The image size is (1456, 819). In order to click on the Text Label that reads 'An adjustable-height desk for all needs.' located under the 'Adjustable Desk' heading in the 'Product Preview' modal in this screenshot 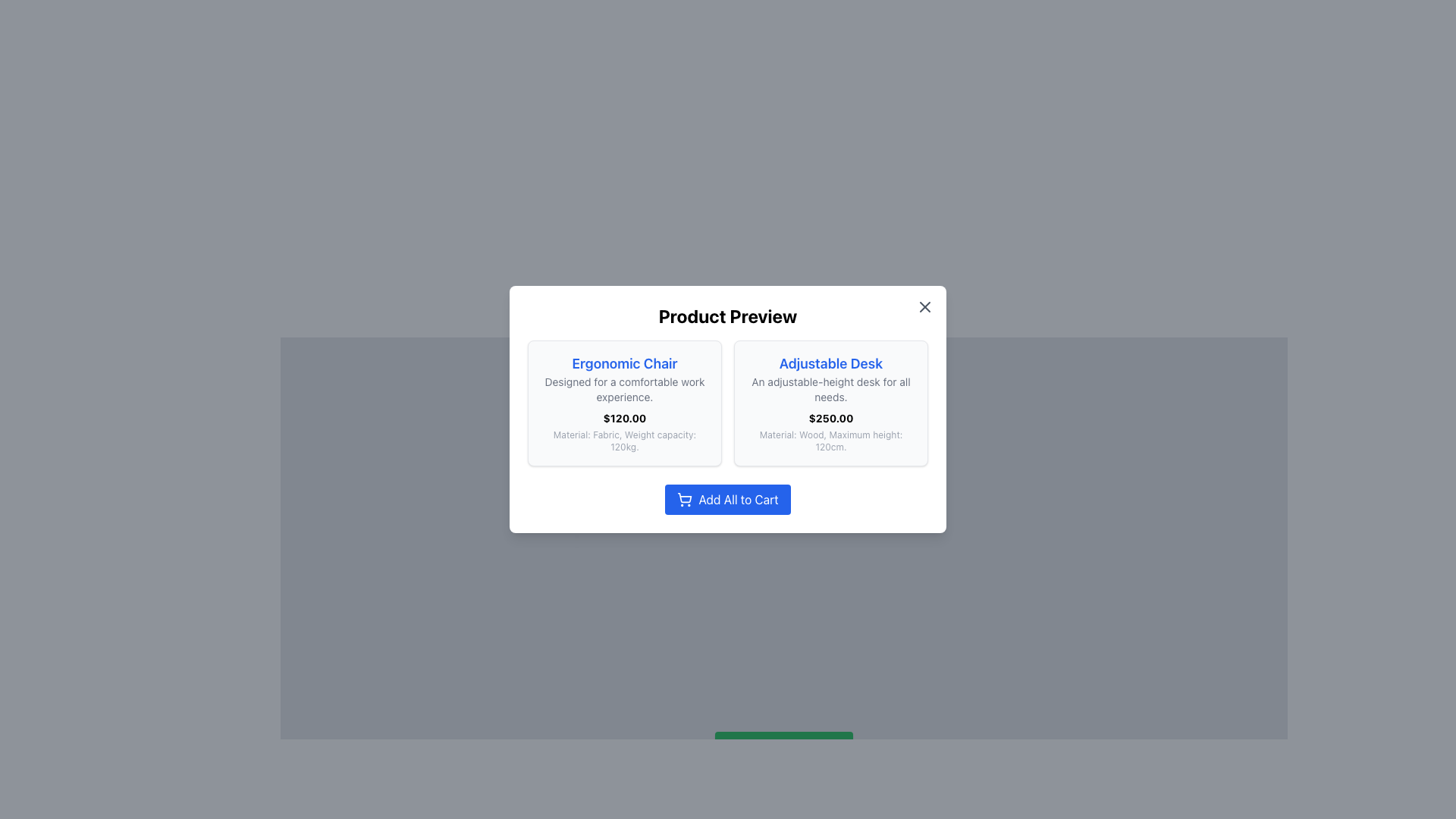, I will do `click(830, 388)`.